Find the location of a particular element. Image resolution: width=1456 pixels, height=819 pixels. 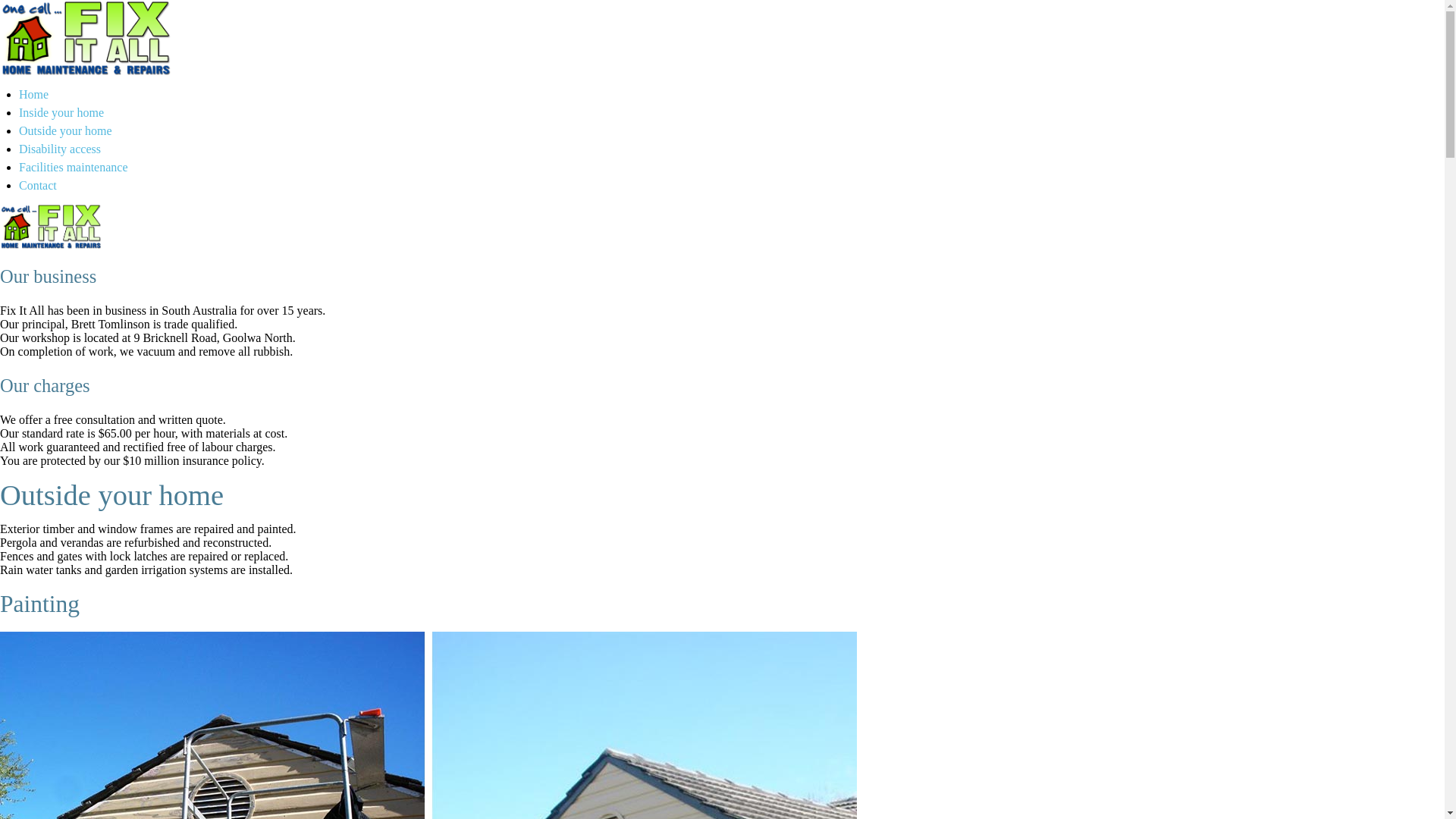

'Contact' is located at coordinates (37, 184).